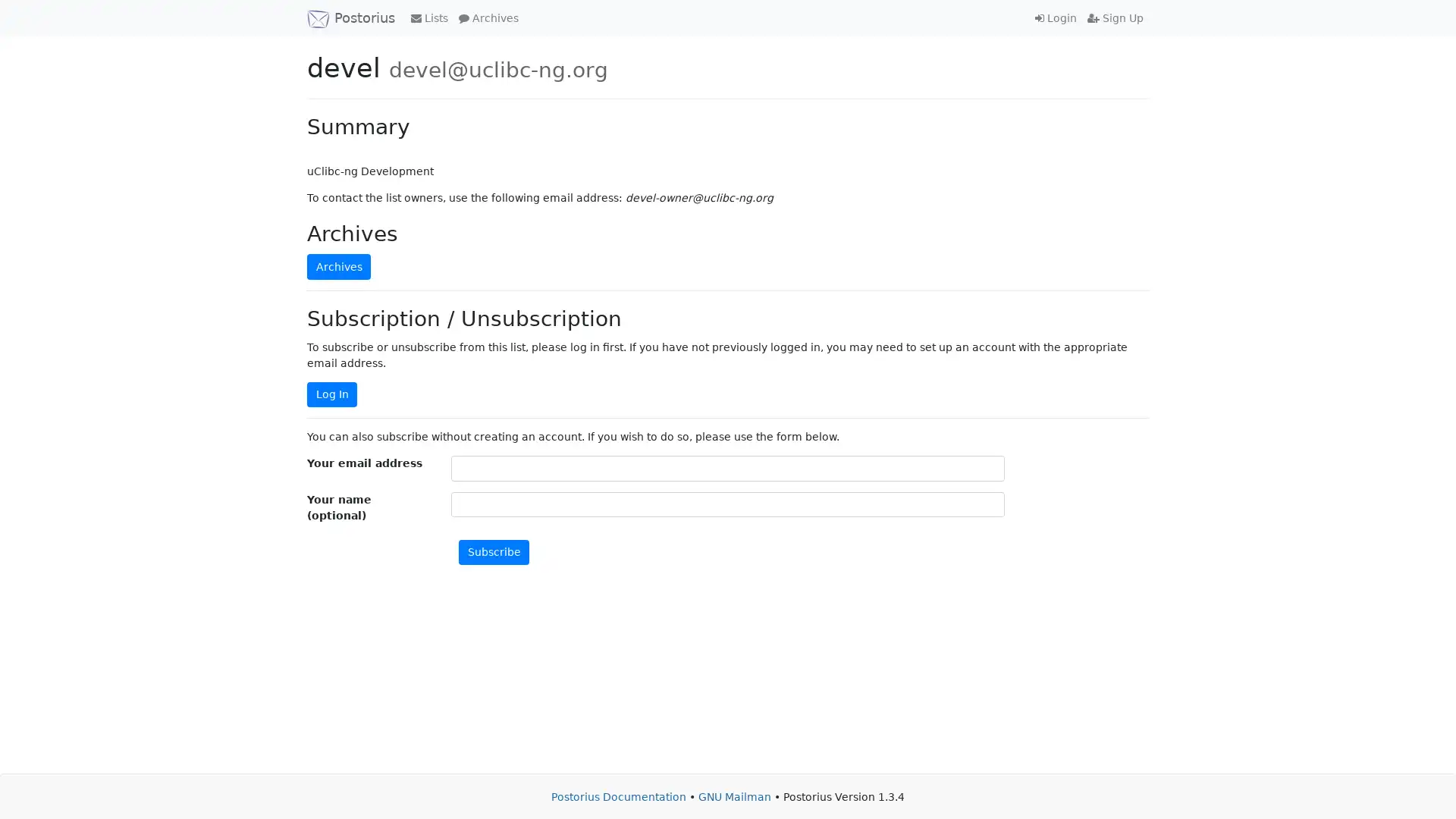  What do you see at coordinates (494, 552) in the screenshot?
I see `Subscribe` at bounding box center [494, 552].